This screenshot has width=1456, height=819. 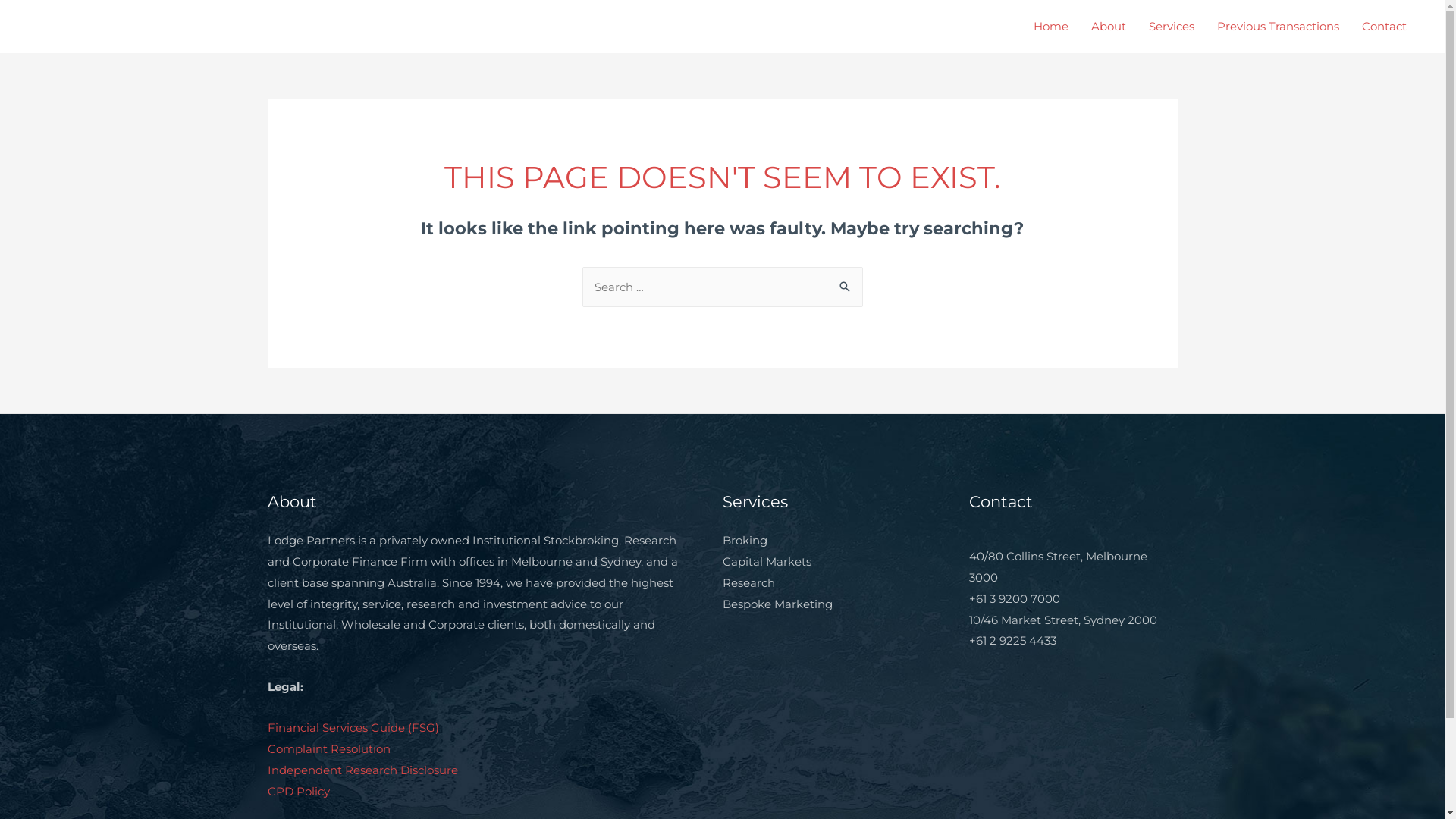 I want to click on 'Previous Transactions', so click(x=1277, y=26).